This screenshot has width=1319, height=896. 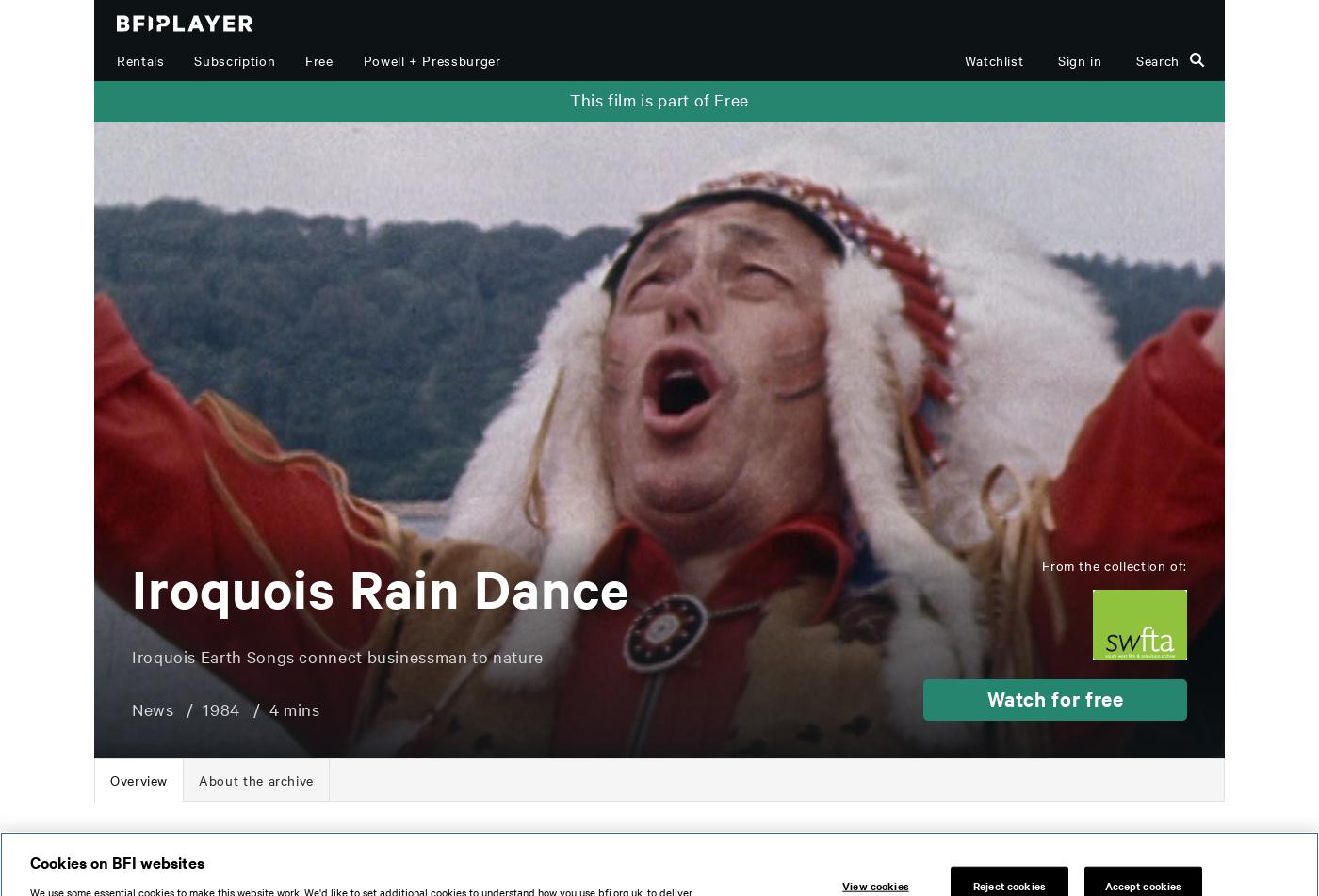 What do you see at coordinates (986, 697) in the screenshot?
I see `'Watch for free'` at bounding box center [986, 697].